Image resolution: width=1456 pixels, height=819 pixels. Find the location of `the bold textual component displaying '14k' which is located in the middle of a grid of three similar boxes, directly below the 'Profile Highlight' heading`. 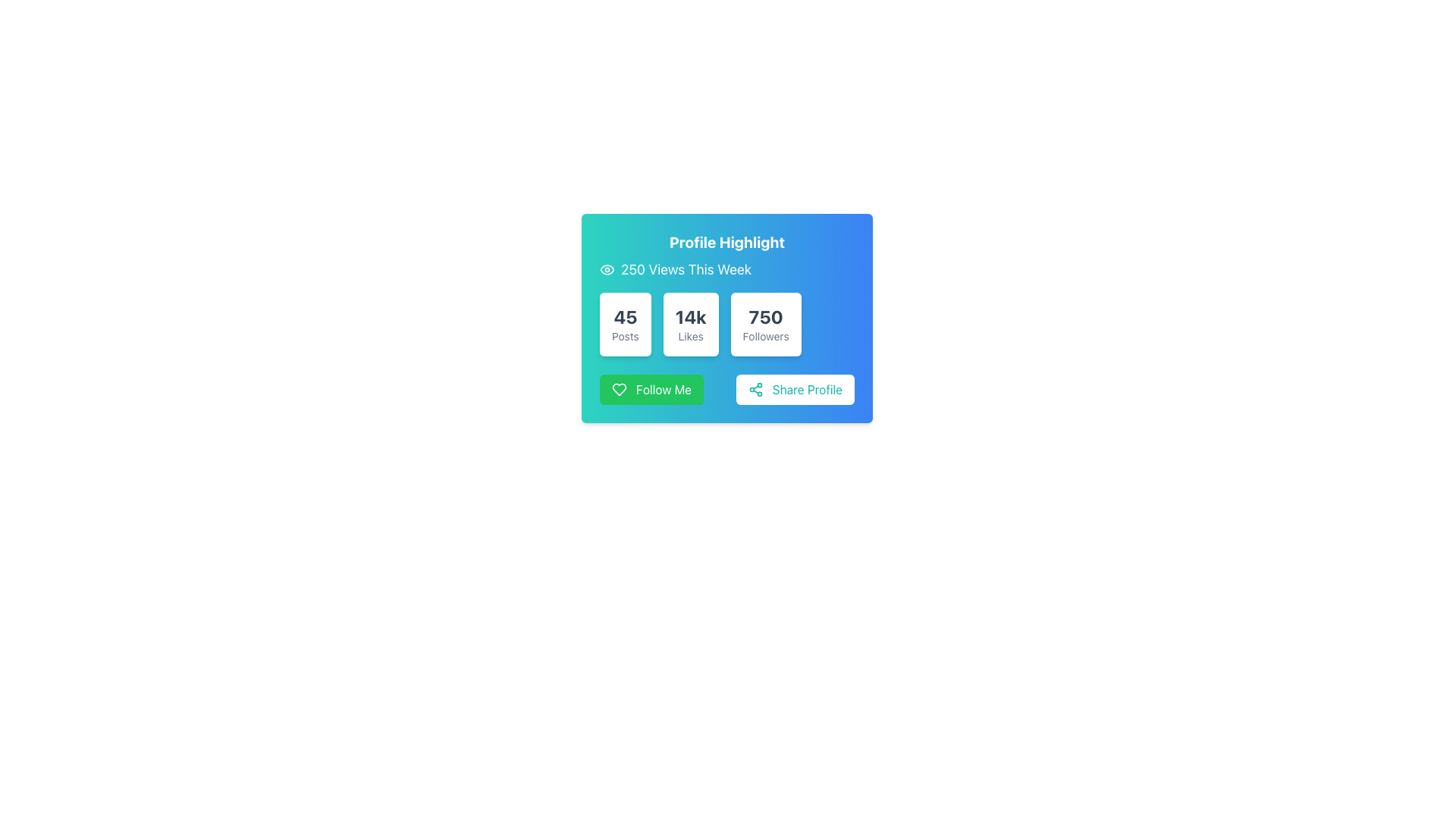

the bold textual component displaying '14k' which is located in the middle of a grid of three similar boxes, directly below the 'Profile Highlight' heading is located at coordinates (690, 315).